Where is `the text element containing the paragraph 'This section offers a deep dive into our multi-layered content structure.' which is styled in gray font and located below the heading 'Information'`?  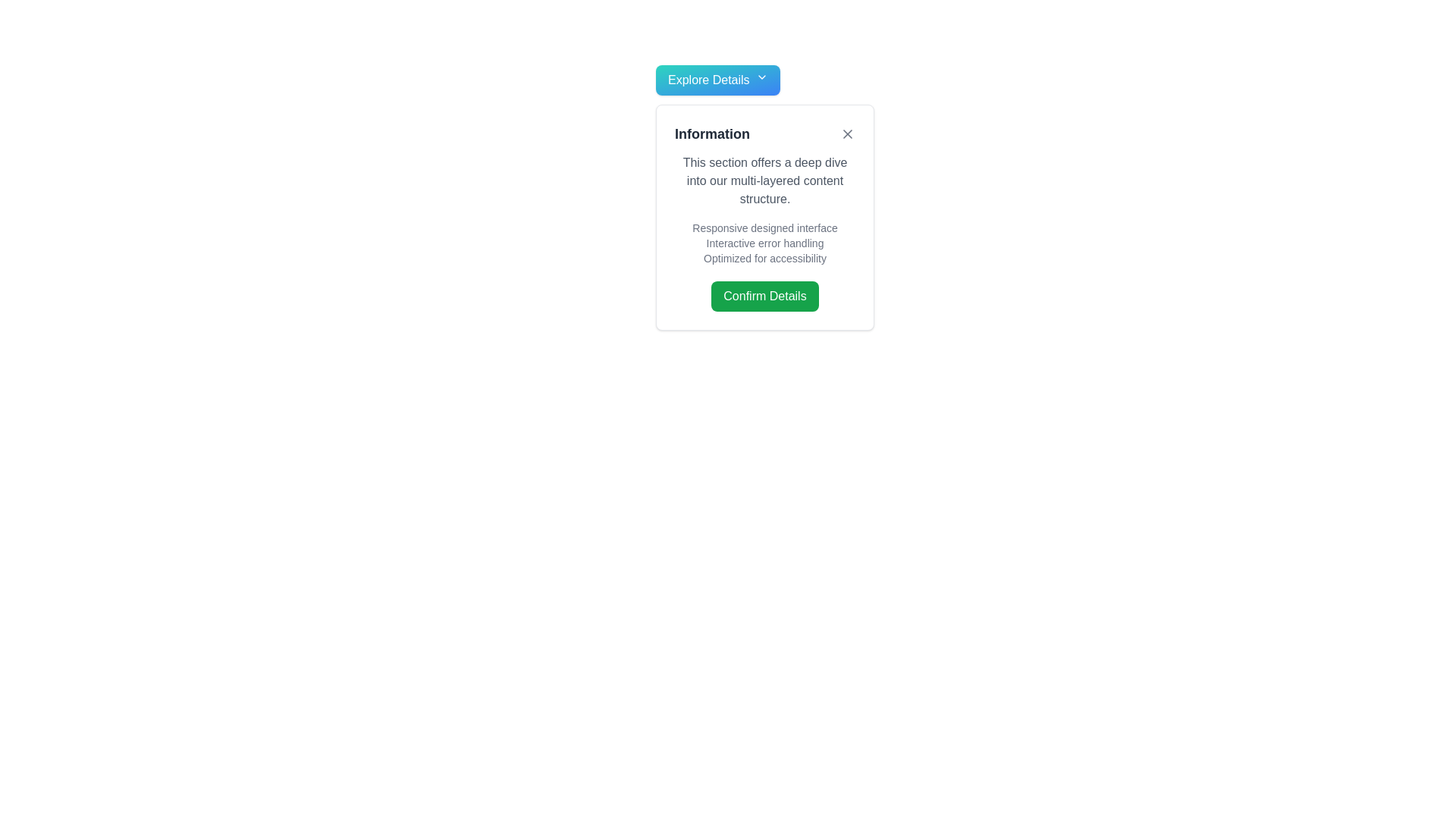 the text element containing the paragraph 'This section offers a deep dive into our multi-layered content structure.' which is styled in gray font and located below the heading 'Information' is located at coordinates (764, 180).